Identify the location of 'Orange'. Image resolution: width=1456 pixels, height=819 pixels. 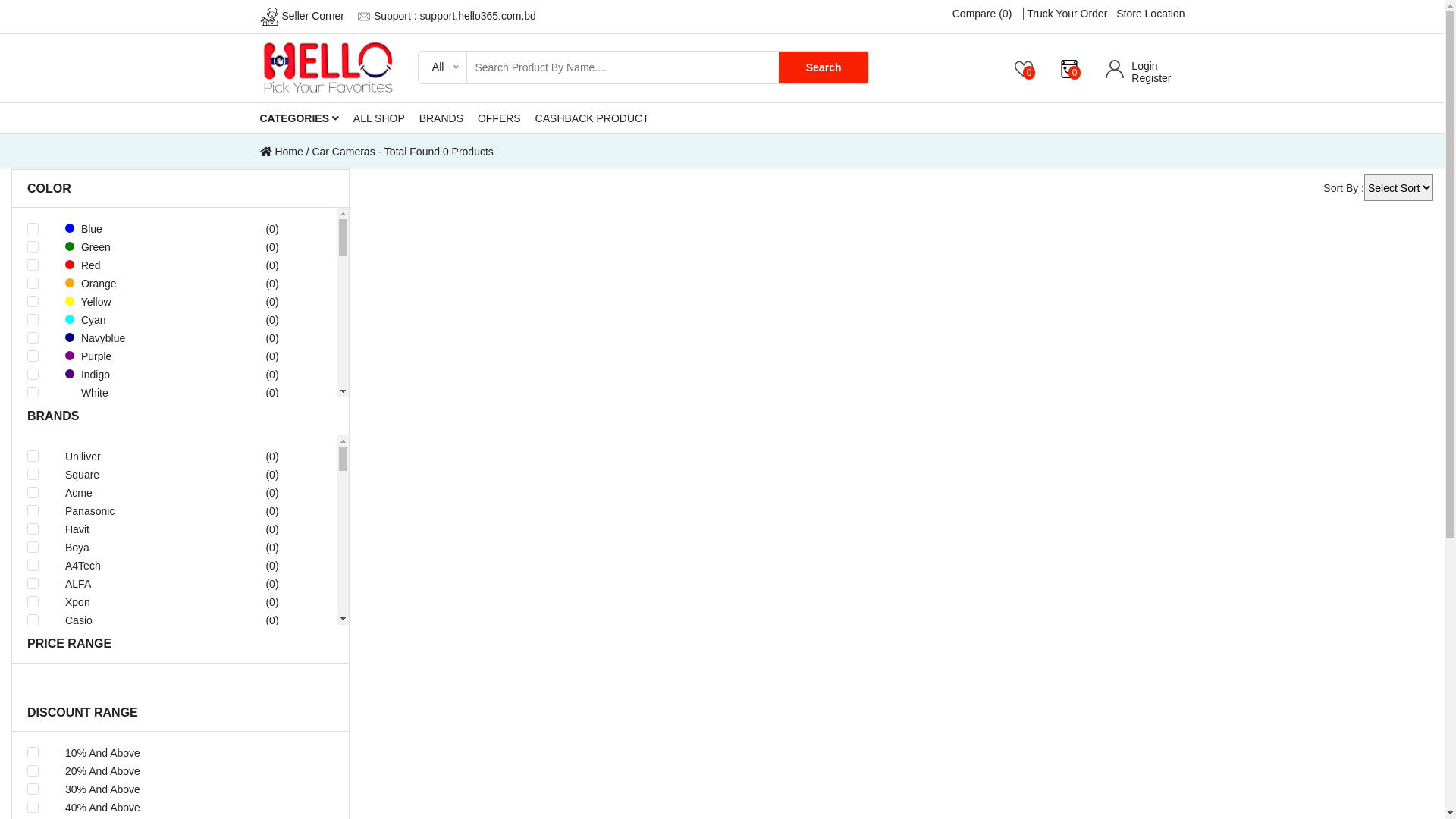
(134, 284).